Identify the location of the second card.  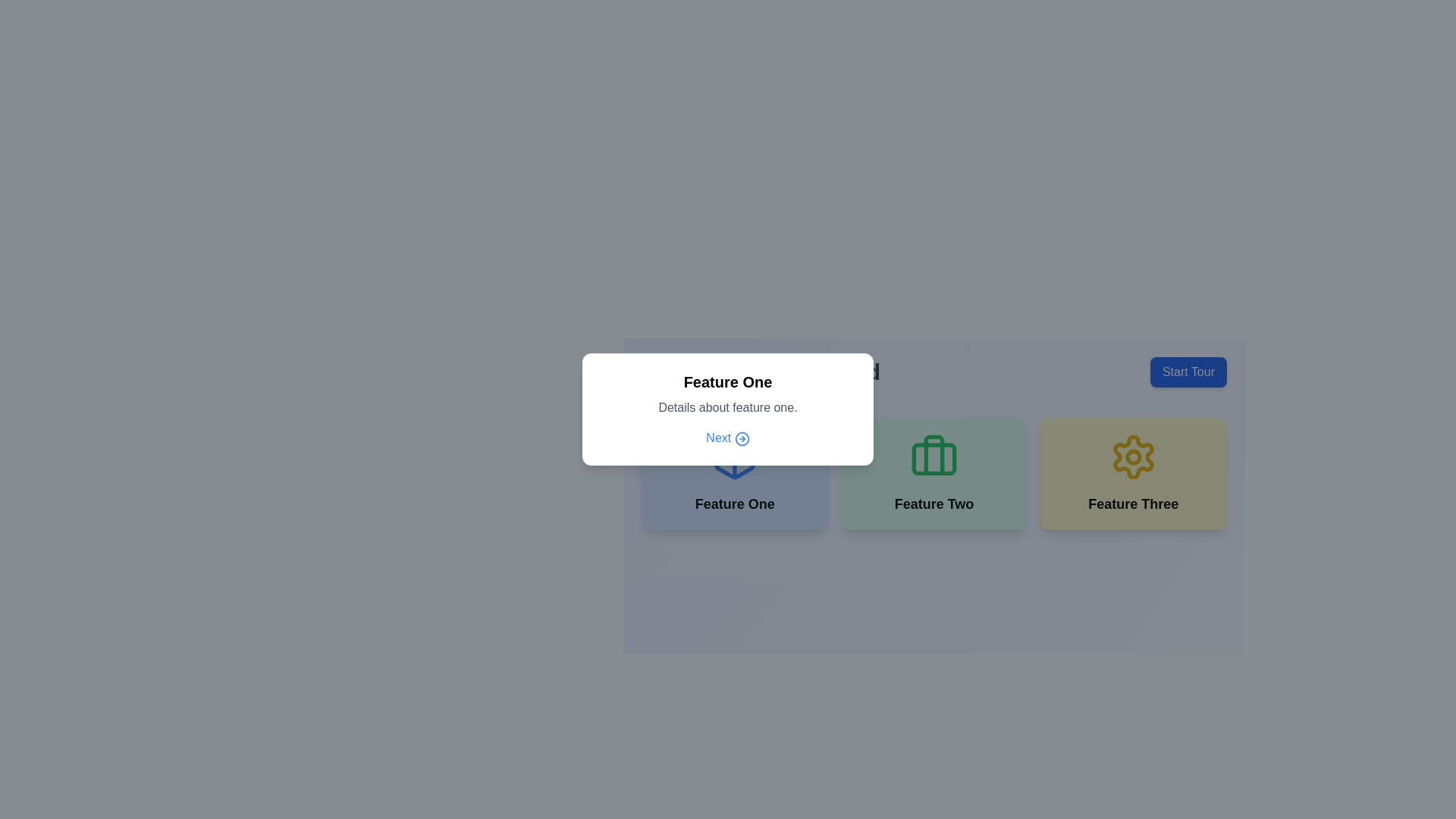
(934, 472).